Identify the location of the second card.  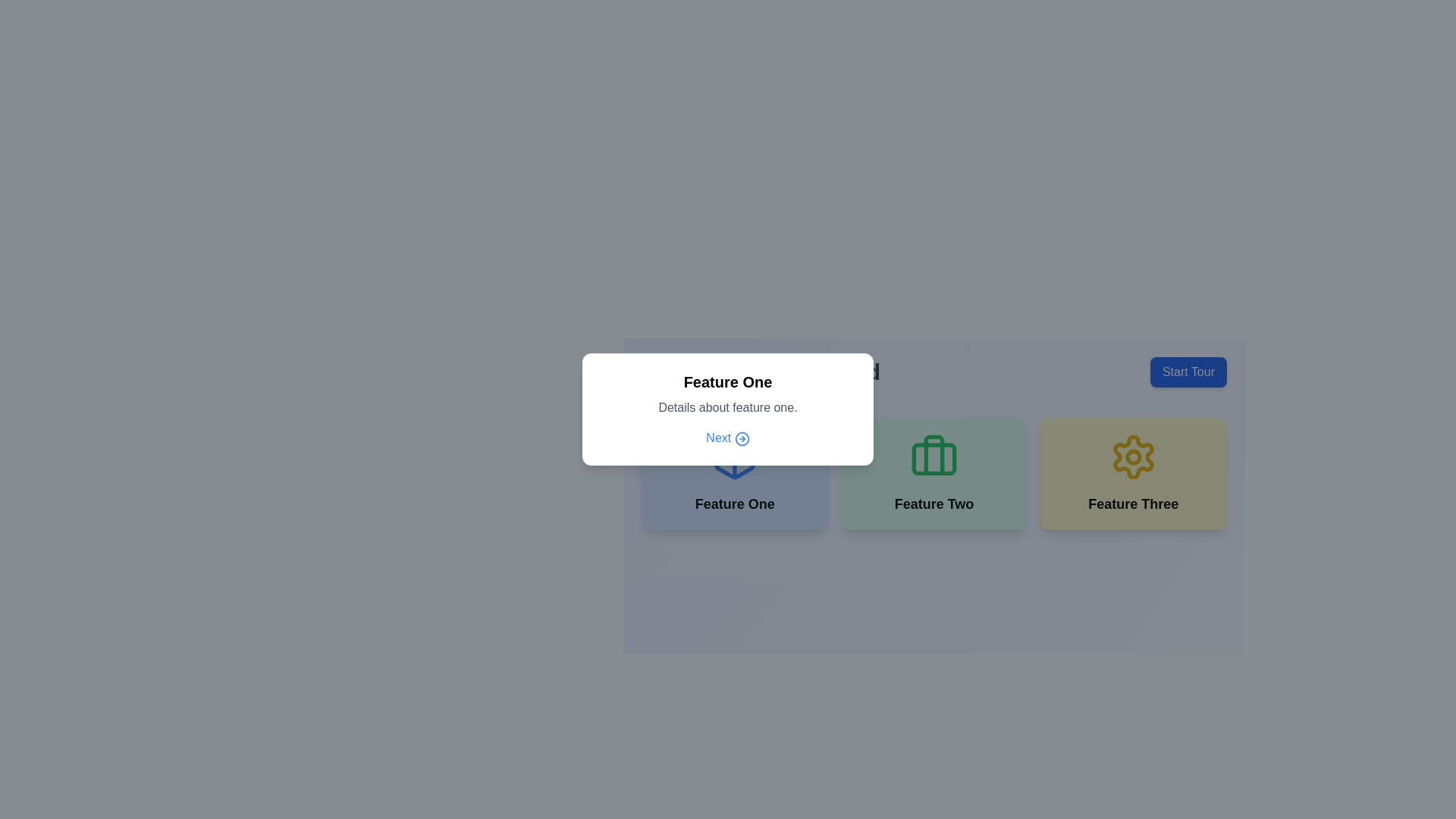
(934, 472).